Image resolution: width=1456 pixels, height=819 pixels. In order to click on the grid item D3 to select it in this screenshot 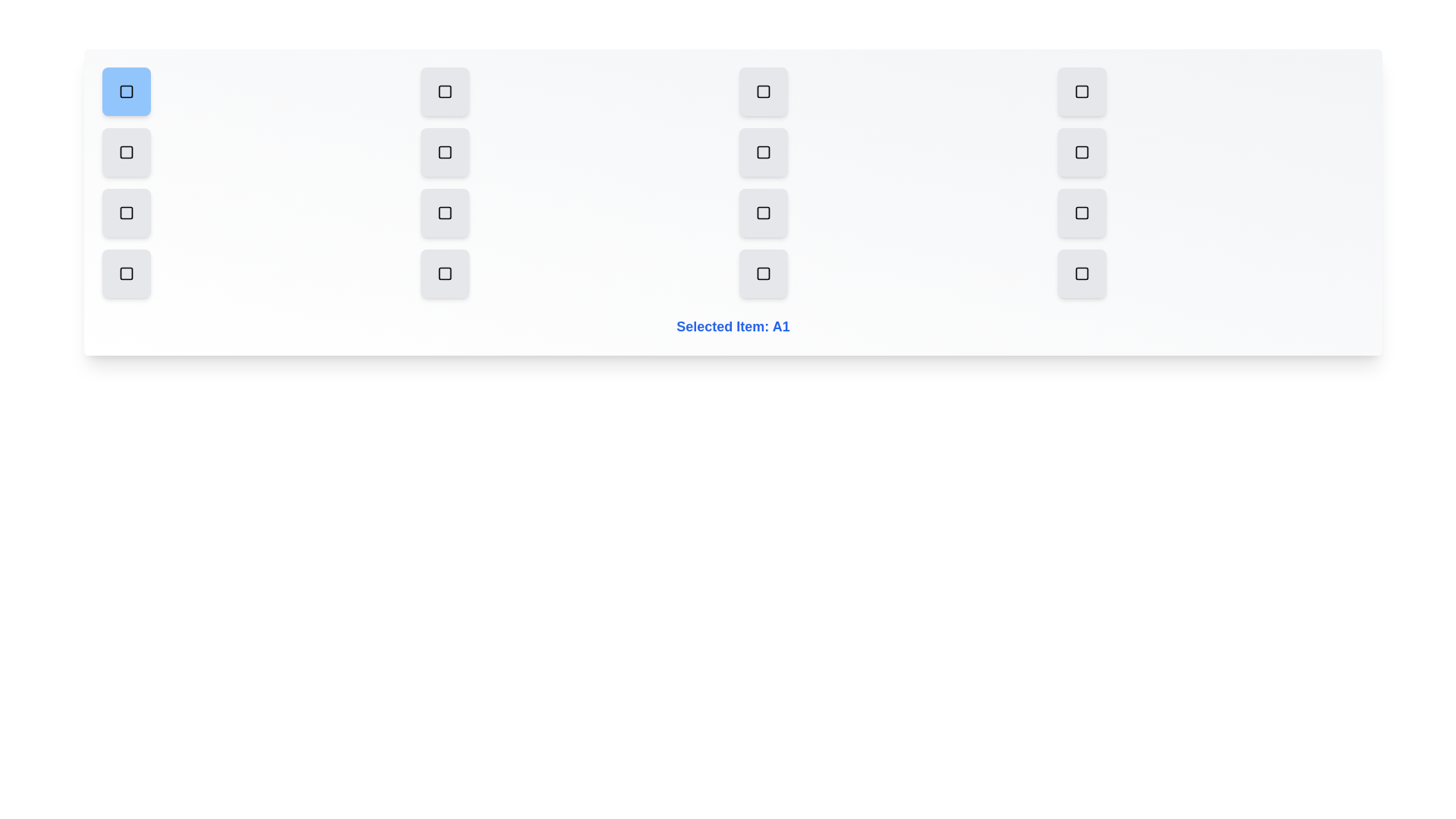, I will do `click(764, 274)`.